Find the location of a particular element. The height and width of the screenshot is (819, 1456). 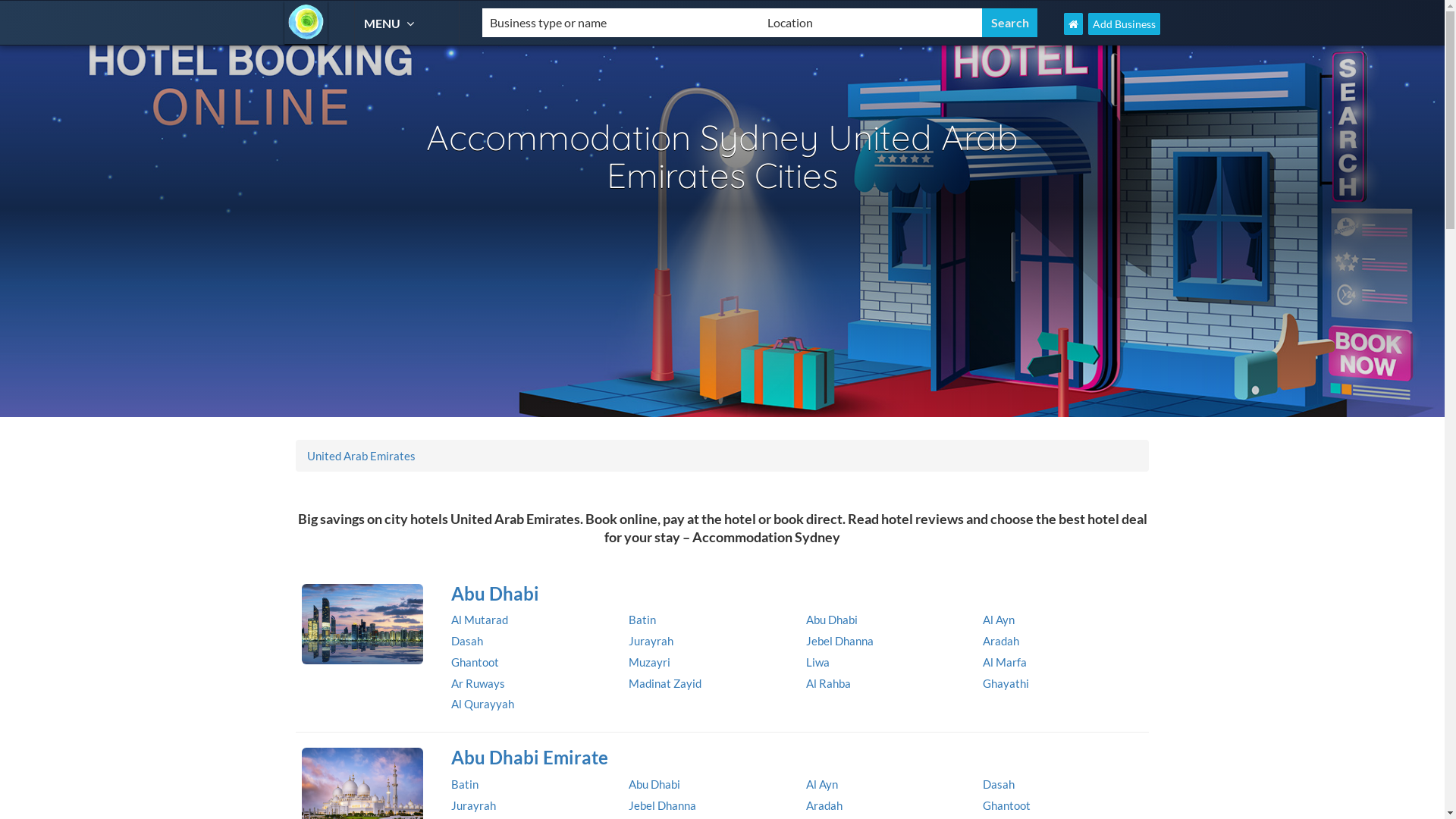

'Batin' is located at coordinates (450, 783).